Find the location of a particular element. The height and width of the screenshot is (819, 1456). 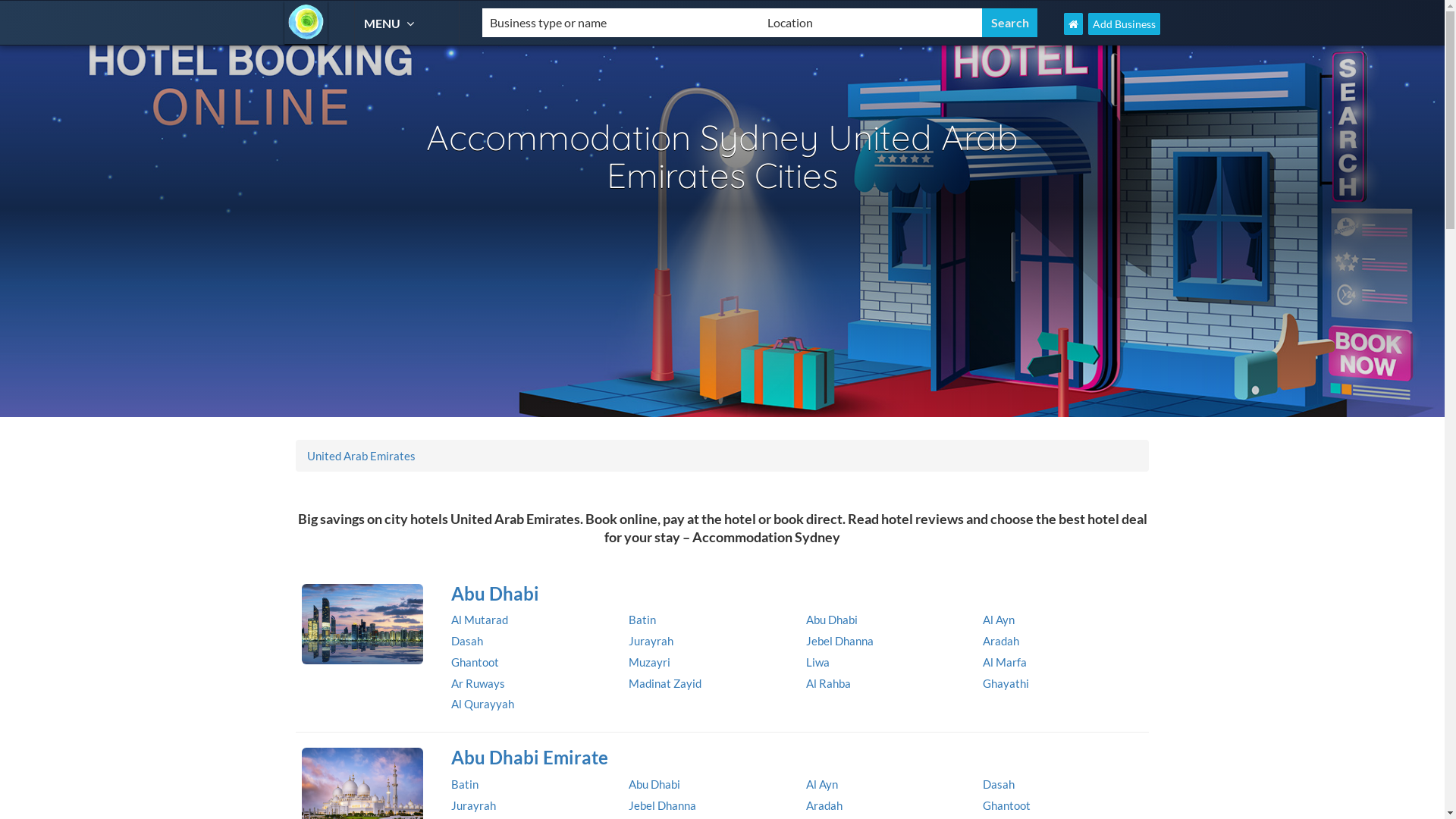

'Batin' is located at coordinates (450, 783).